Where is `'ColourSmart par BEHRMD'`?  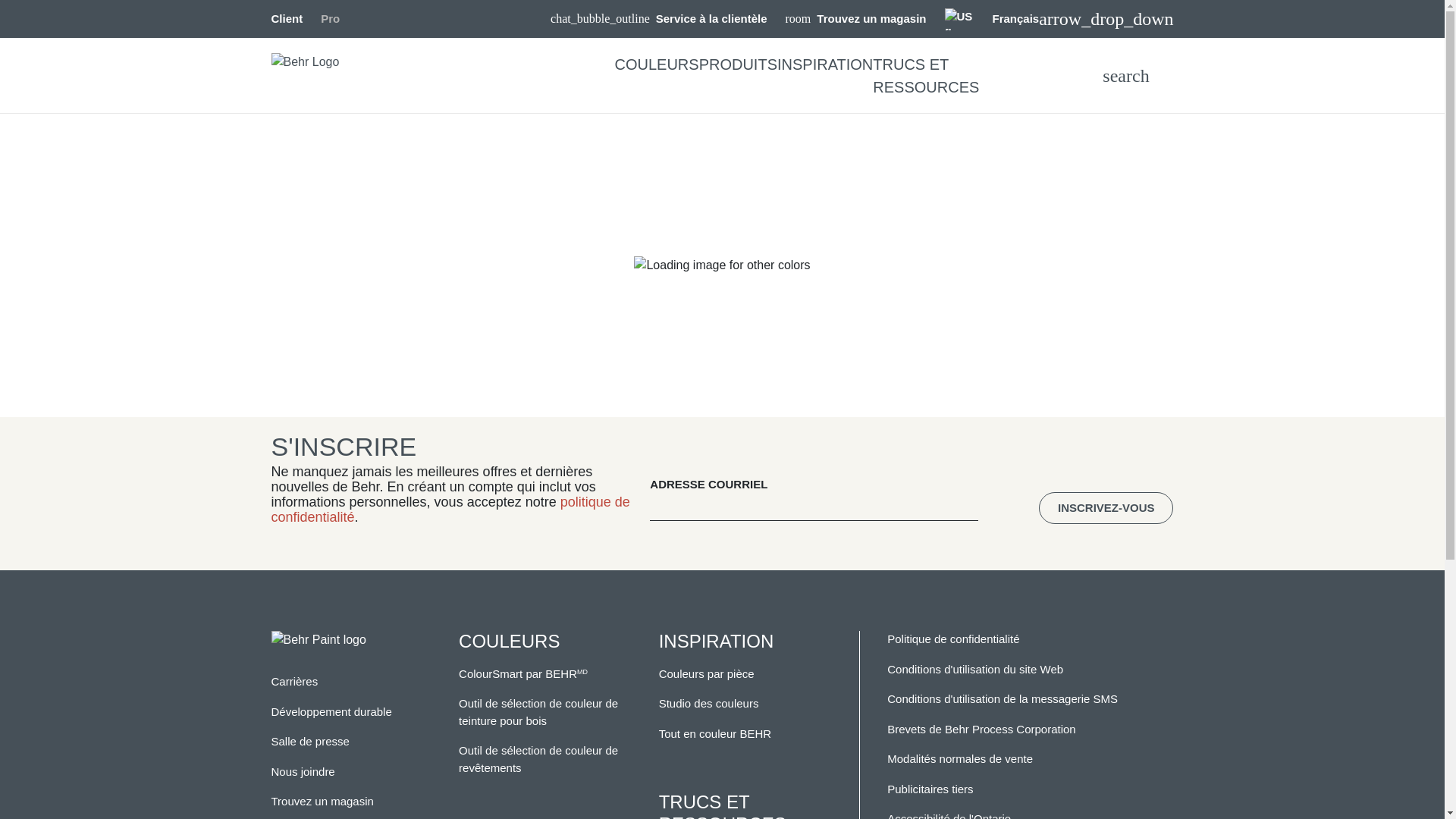 'ColourSmart par BEHRMD' is located at coordinates (523, 673).